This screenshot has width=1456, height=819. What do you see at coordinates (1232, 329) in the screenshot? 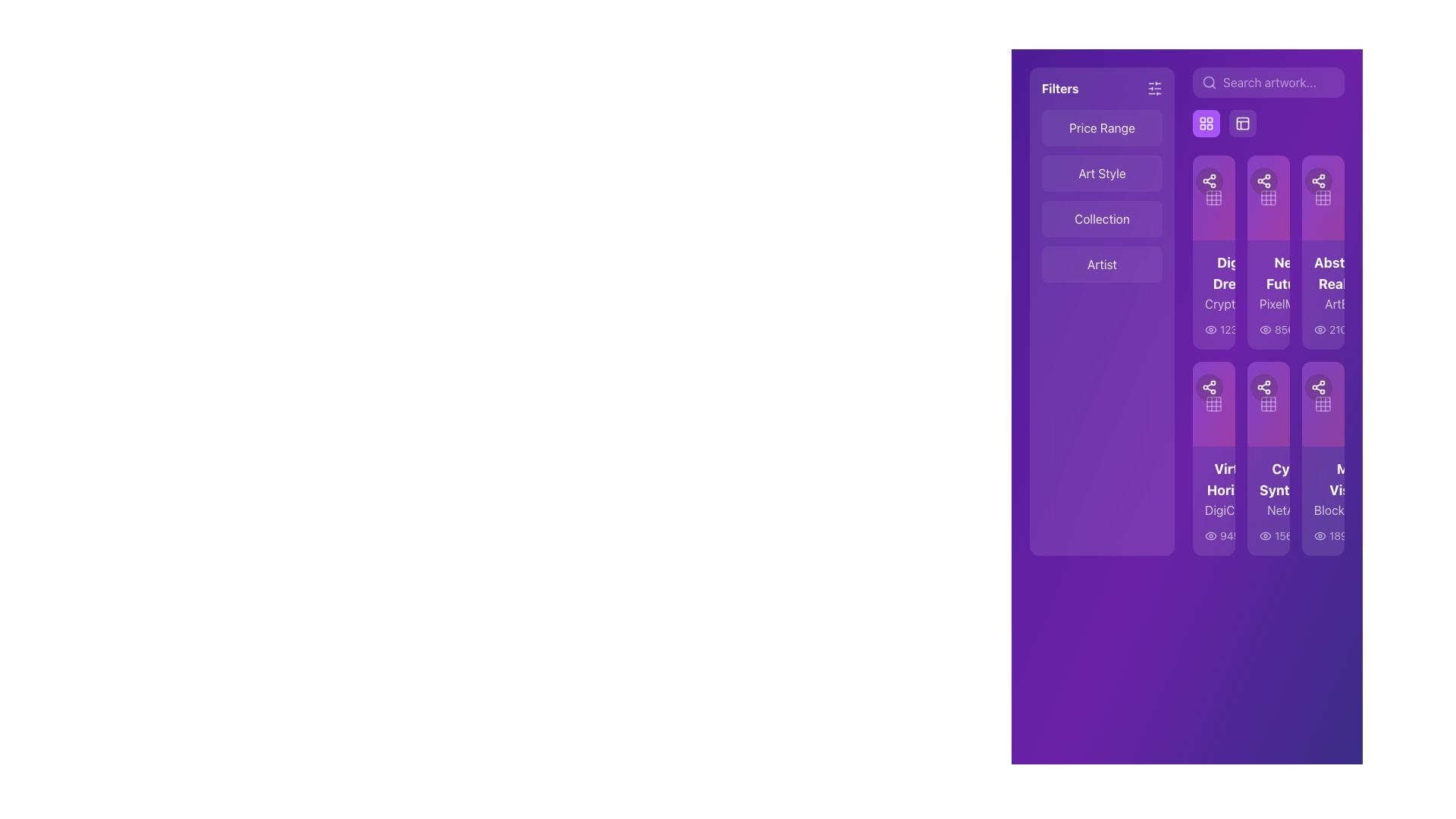
I see `the Text Label that displays a count or metric, positioned centrally within a list of items on the right-hand side of the interface` at bounding box center [1232, 329].